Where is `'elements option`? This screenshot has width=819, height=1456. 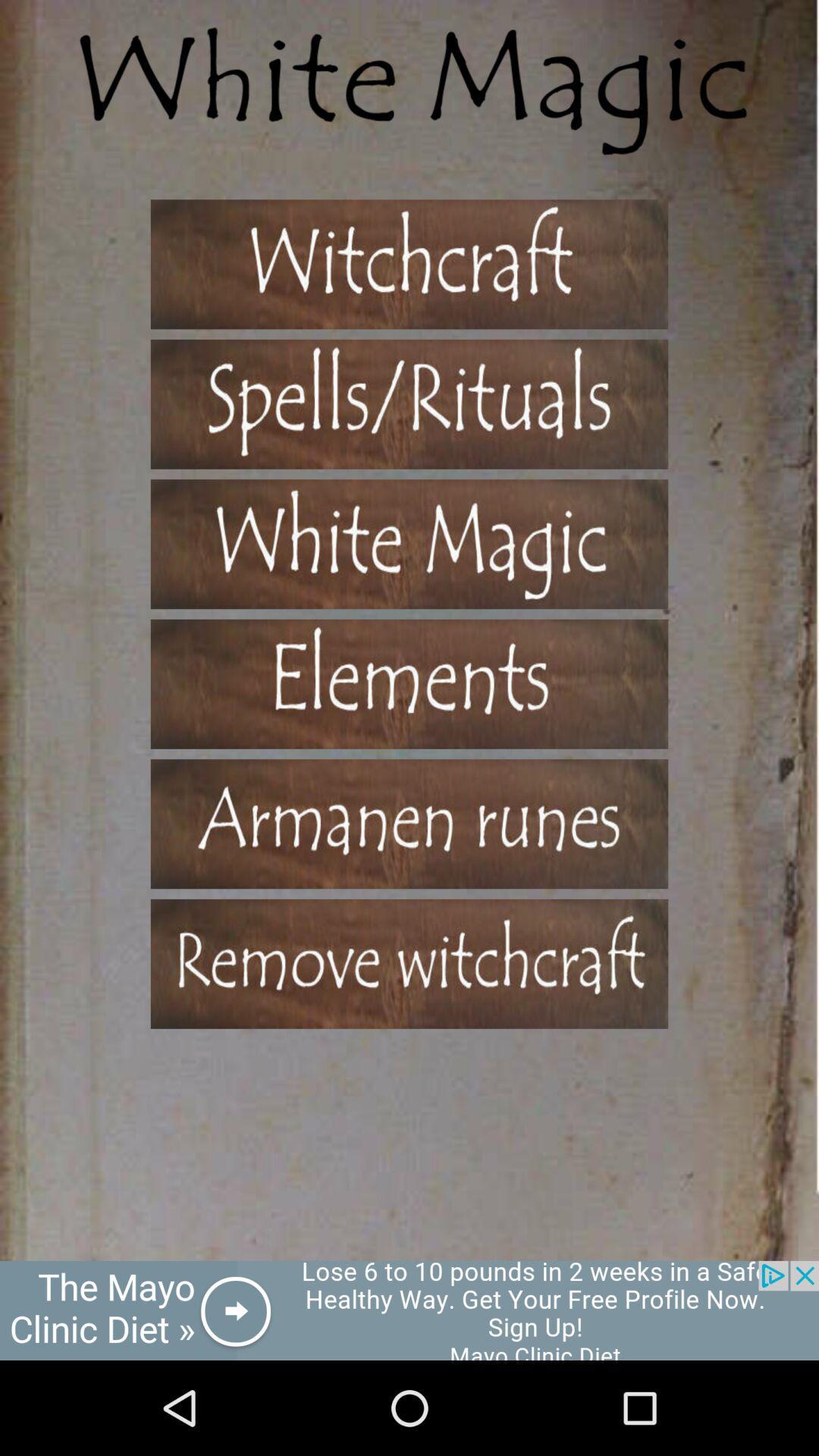 'elements option is located at coordinates (409, 683).